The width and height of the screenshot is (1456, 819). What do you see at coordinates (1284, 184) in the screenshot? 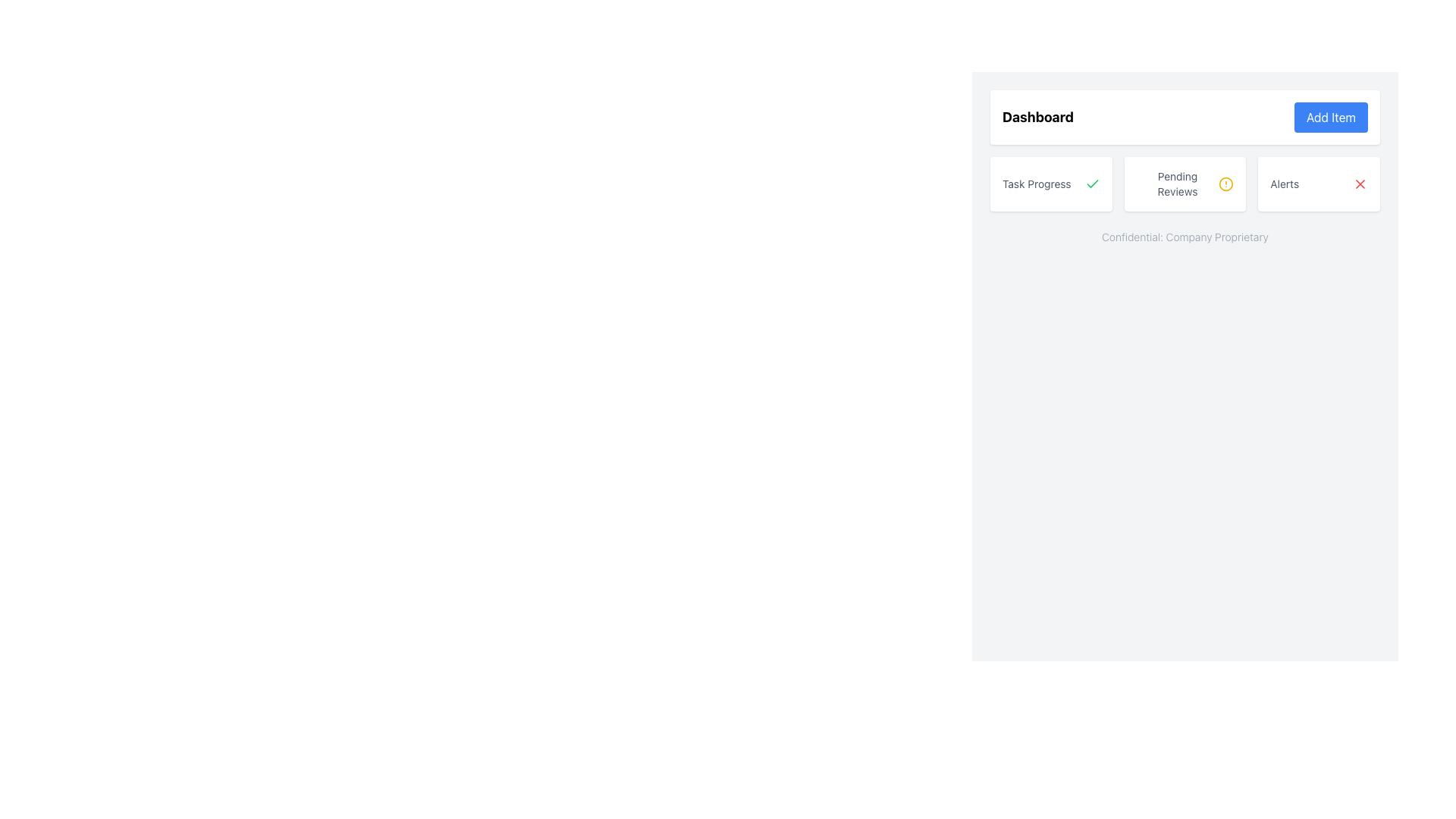
I see `the 'Alerts' text label, which is styled with a small font size and gray color, located in the top-right corner of the dashboard interface, adjacent to a red-colored 'X' symbol` at bounding box center [1284, 184].